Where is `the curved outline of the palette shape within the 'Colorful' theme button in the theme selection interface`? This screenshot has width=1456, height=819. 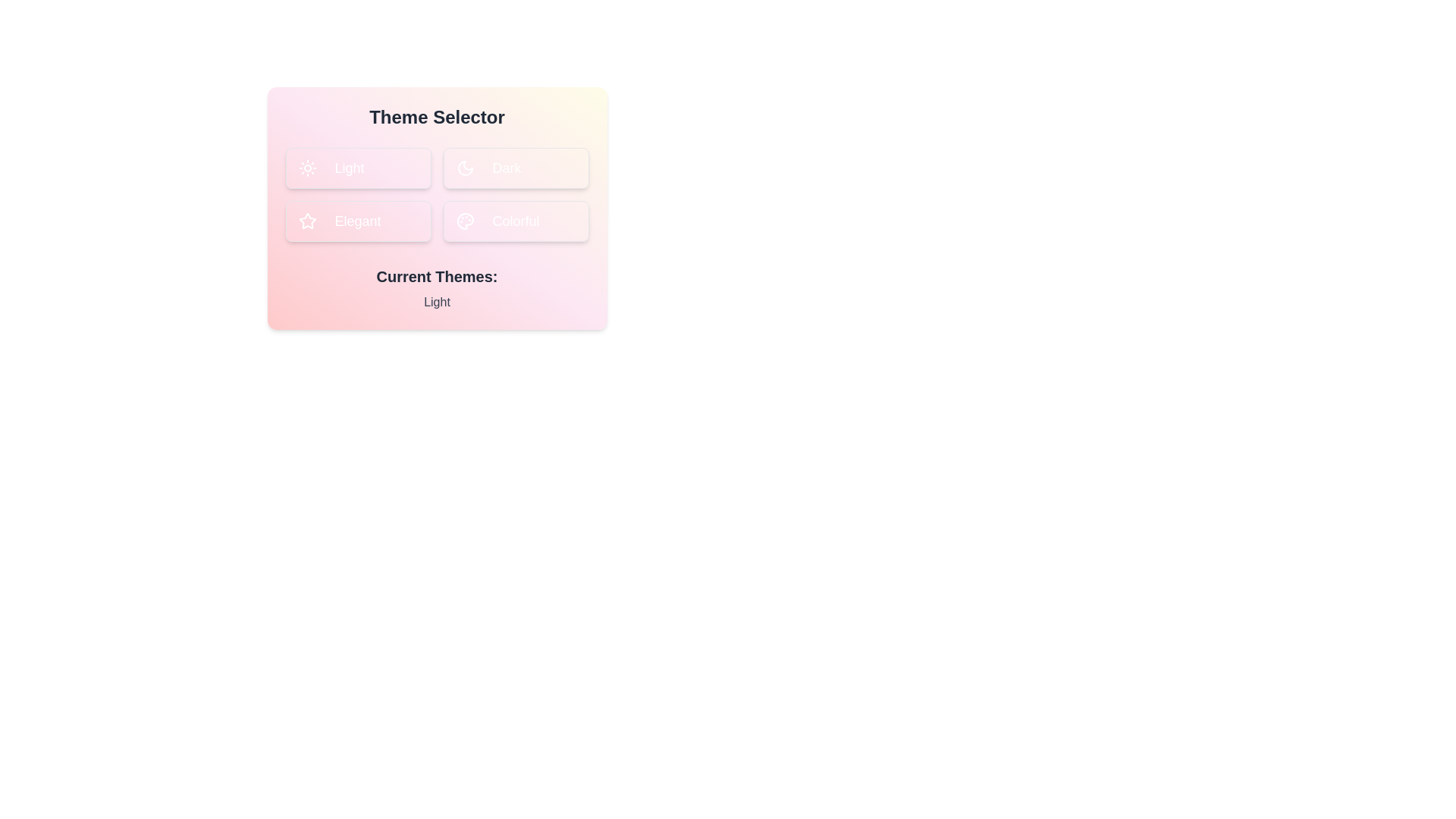 the curved outline of the palette shape within the 'Colorful' theme button in the theme selection interface is located at coordinates (464, 221).